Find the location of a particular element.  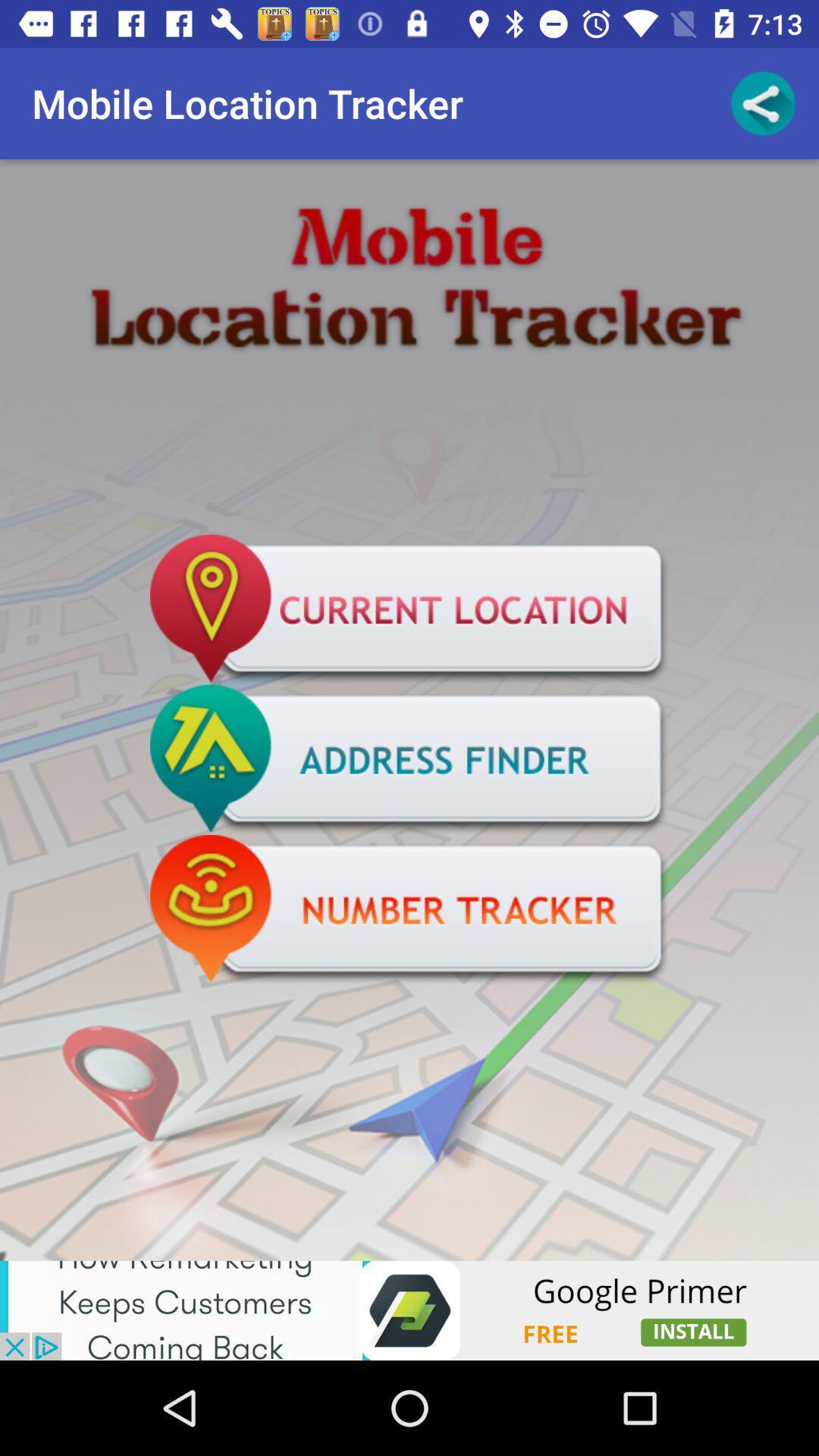

advertisement is located at coordinates (409, 610).